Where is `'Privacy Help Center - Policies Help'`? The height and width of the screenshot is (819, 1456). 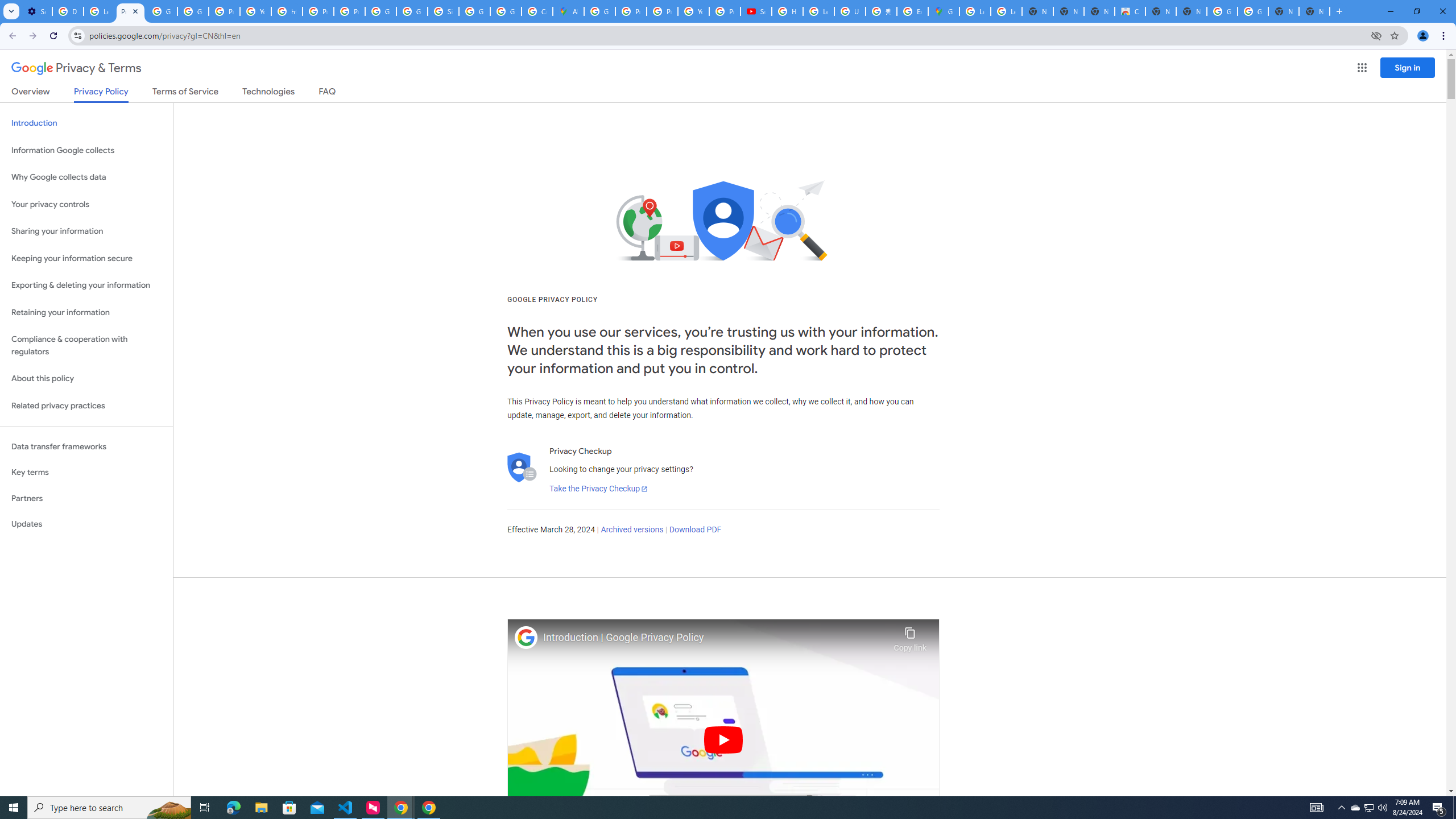
'Privacy Help Center - Policies Help' is located at coordinates (661, 11).